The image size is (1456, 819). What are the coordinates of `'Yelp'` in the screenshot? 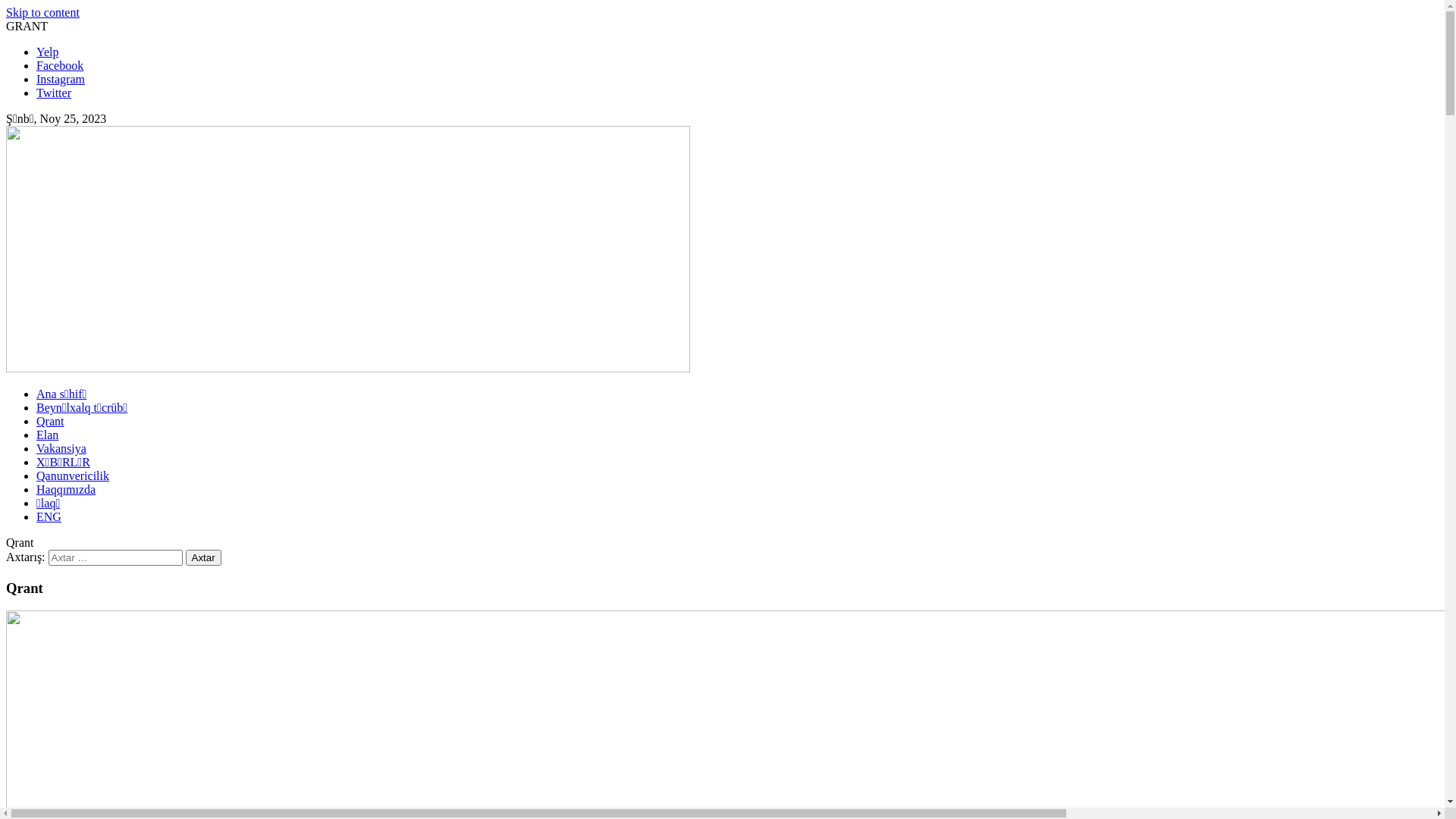 It's located at (47, 51).